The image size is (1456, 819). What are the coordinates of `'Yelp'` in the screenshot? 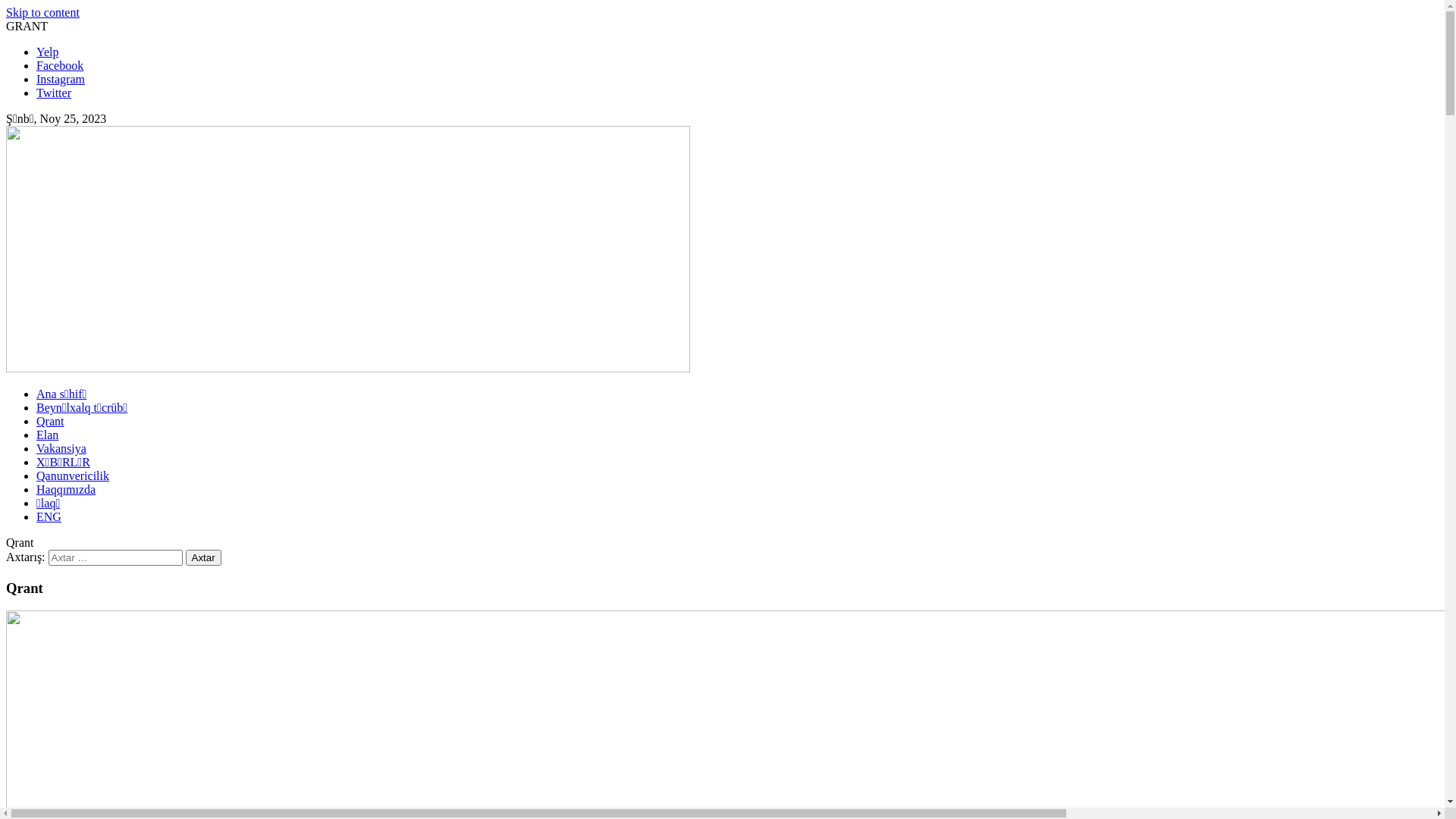 It's located at (47, 51).